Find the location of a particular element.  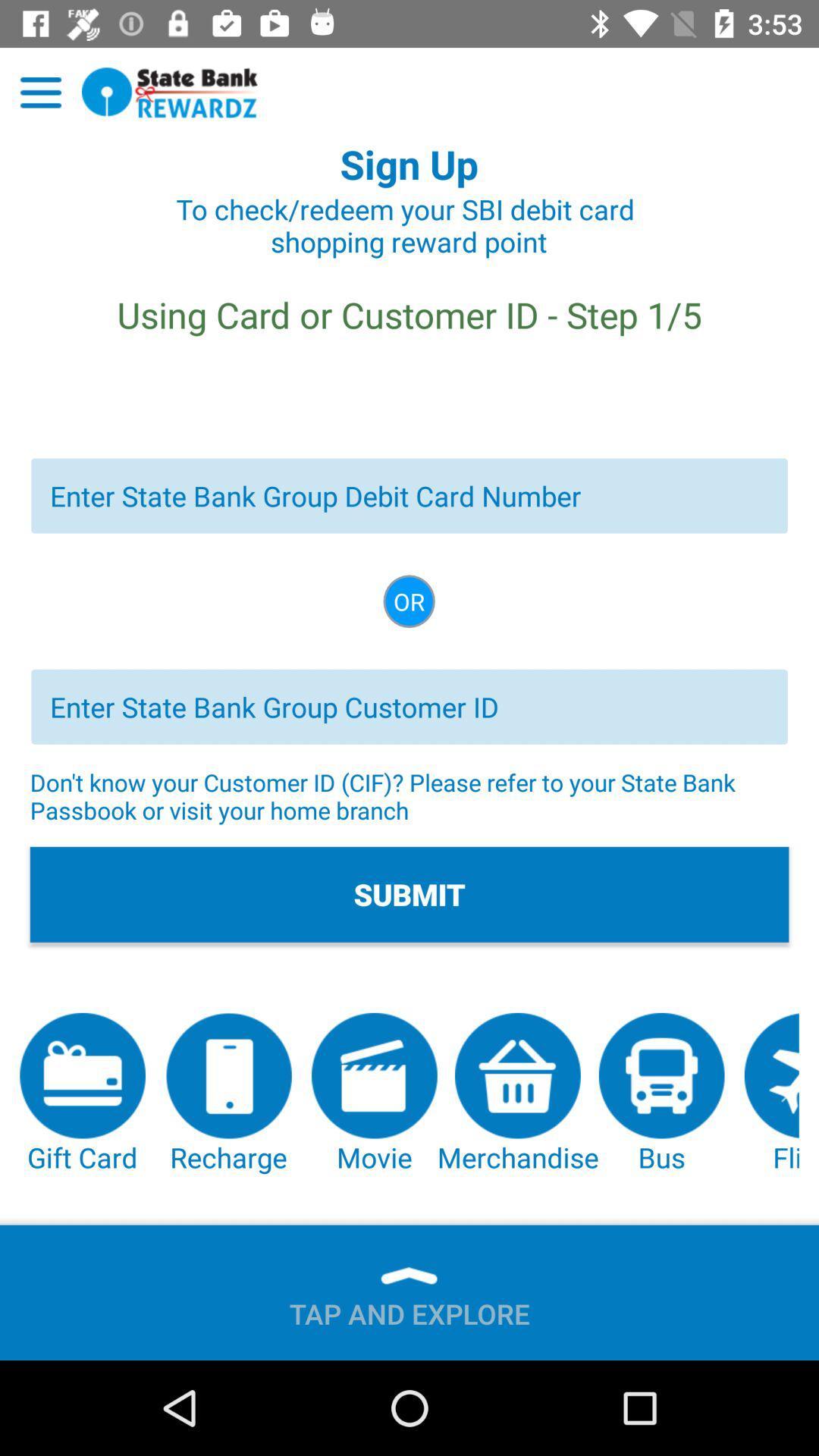

information is located at coordinates (409, 706).